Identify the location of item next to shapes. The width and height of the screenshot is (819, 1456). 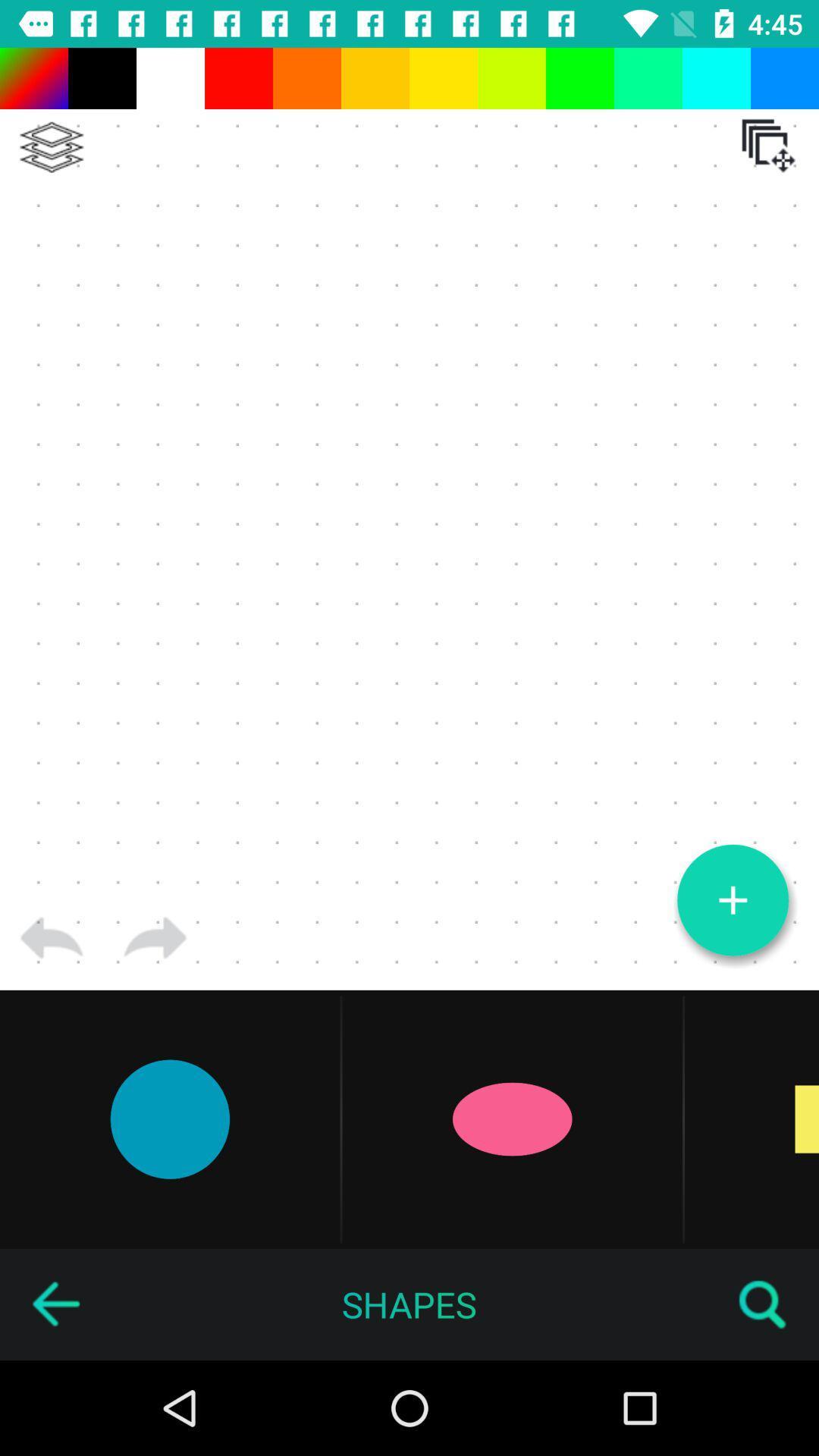
(763, 1304).